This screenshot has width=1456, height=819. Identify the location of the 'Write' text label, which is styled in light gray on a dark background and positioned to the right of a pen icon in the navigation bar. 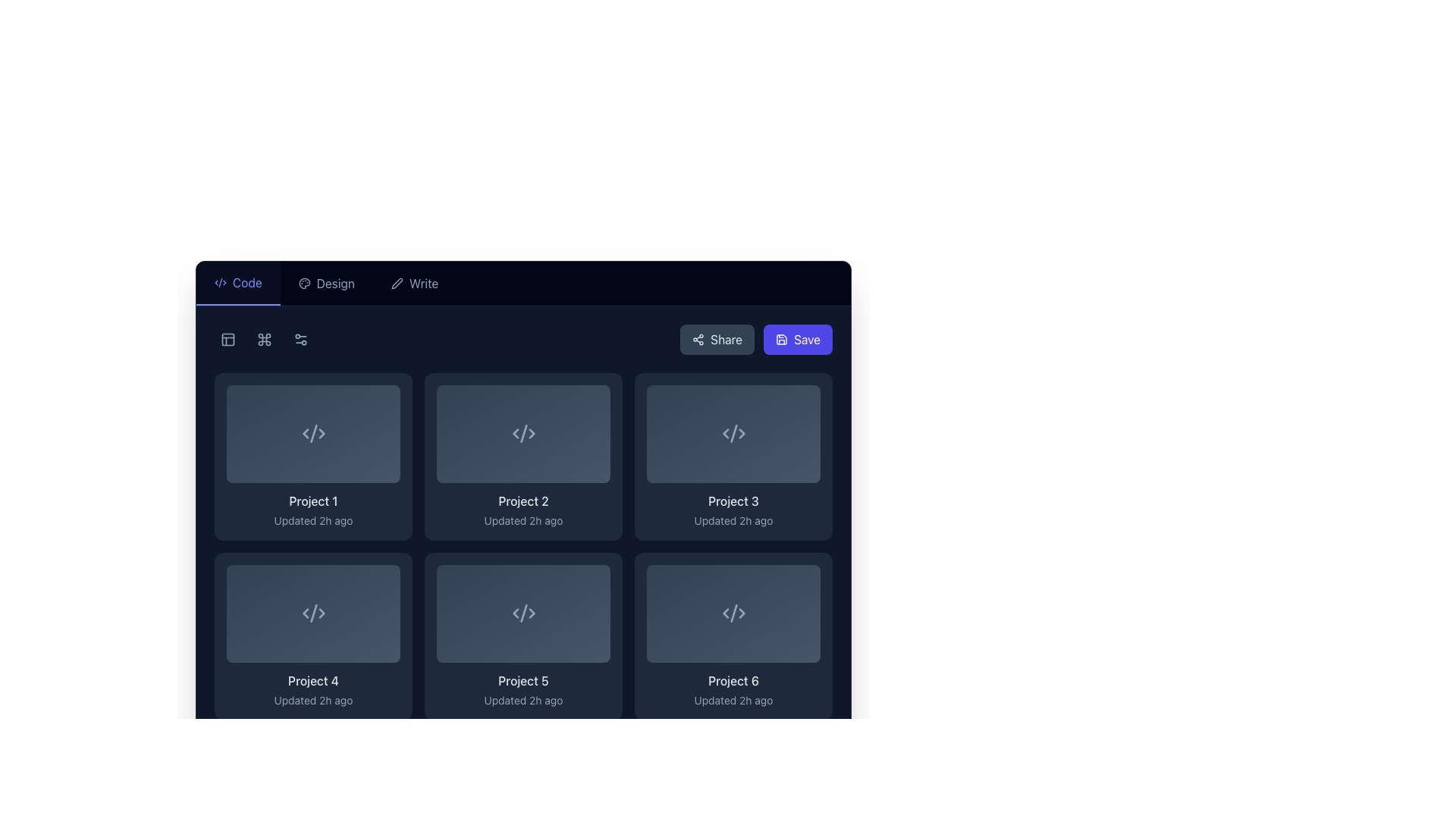
(424, 284).